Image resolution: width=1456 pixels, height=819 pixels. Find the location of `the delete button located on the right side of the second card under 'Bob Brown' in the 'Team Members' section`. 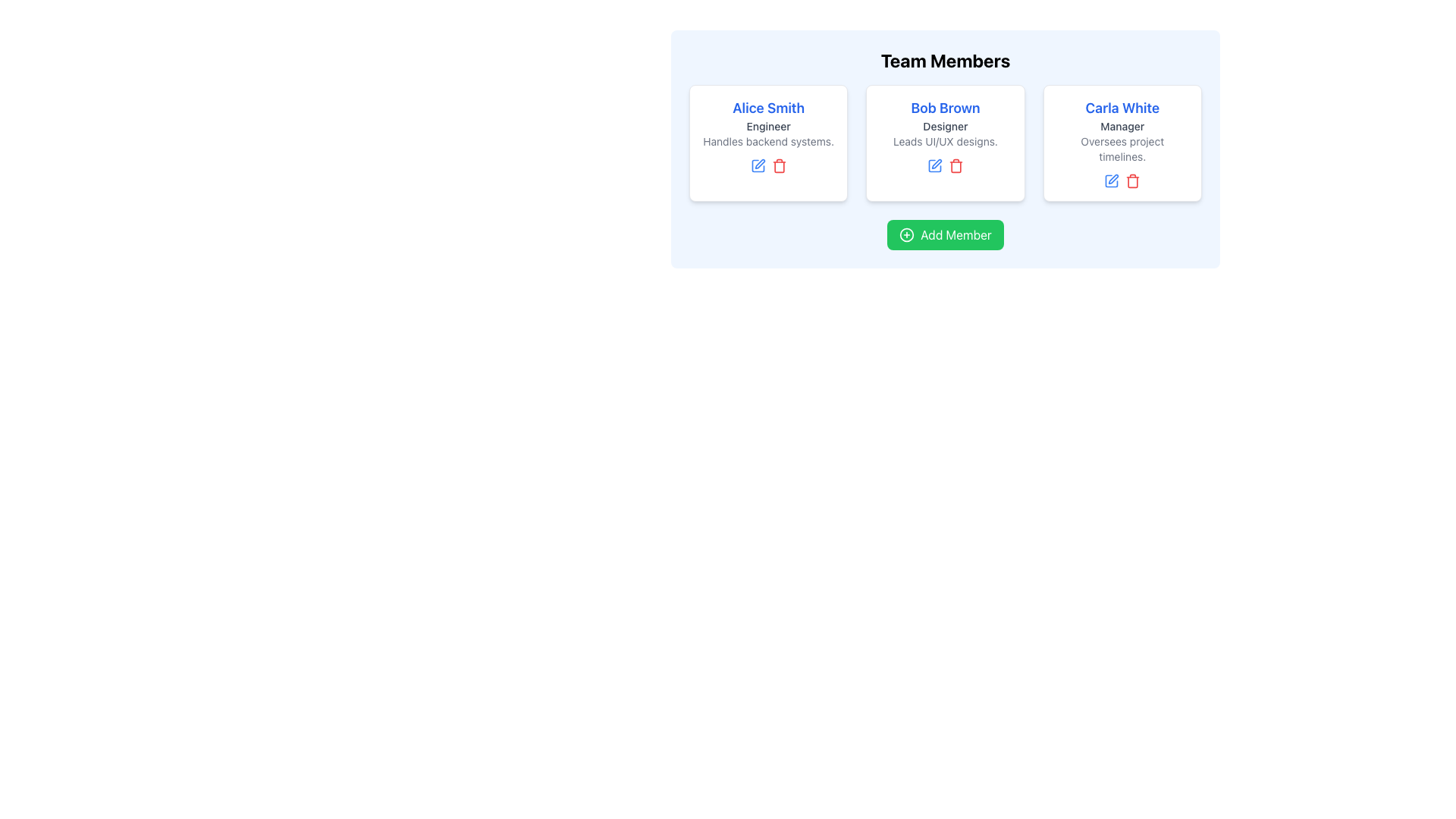

the delete button located on the right side of the second card under 'Bob Brown' in the 'Team Members' section is located at coordinates (955, 166).